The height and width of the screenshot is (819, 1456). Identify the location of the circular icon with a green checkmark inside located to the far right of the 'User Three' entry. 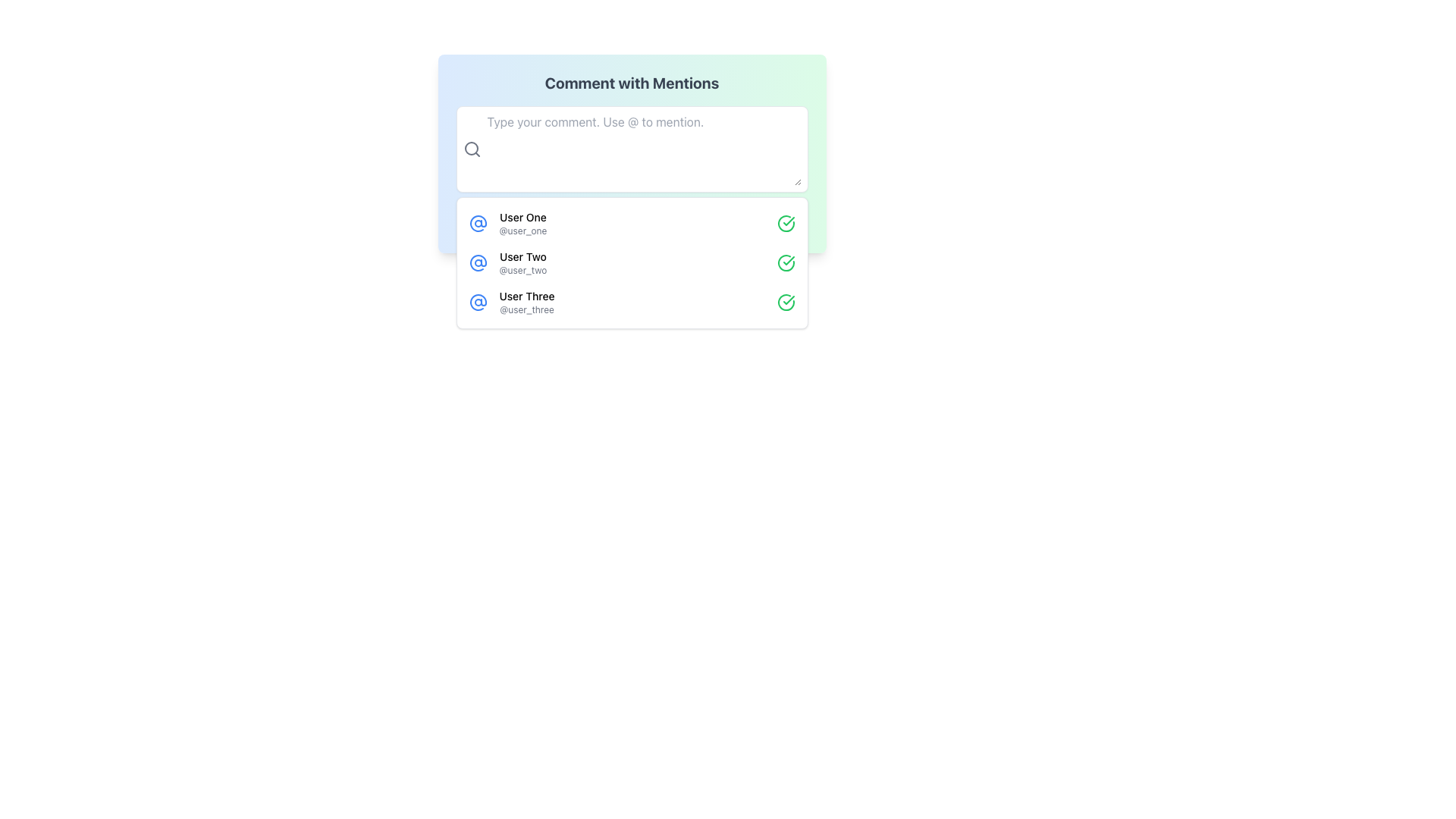
(786, 302).